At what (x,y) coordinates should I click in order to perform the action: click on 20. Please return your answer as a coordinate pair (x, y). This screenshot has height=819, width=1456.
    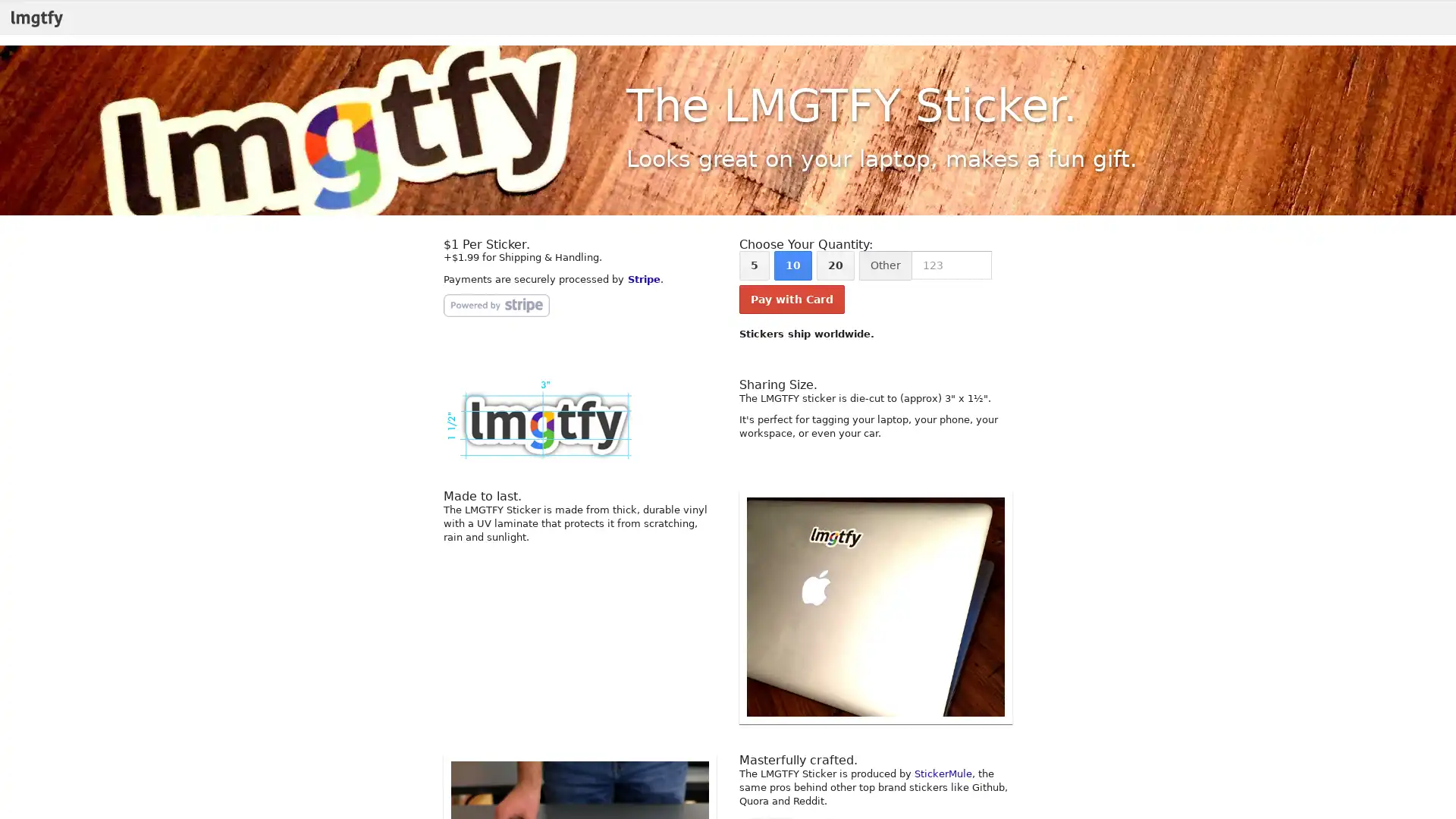
    Looking at the image, I should click on (835, 265).